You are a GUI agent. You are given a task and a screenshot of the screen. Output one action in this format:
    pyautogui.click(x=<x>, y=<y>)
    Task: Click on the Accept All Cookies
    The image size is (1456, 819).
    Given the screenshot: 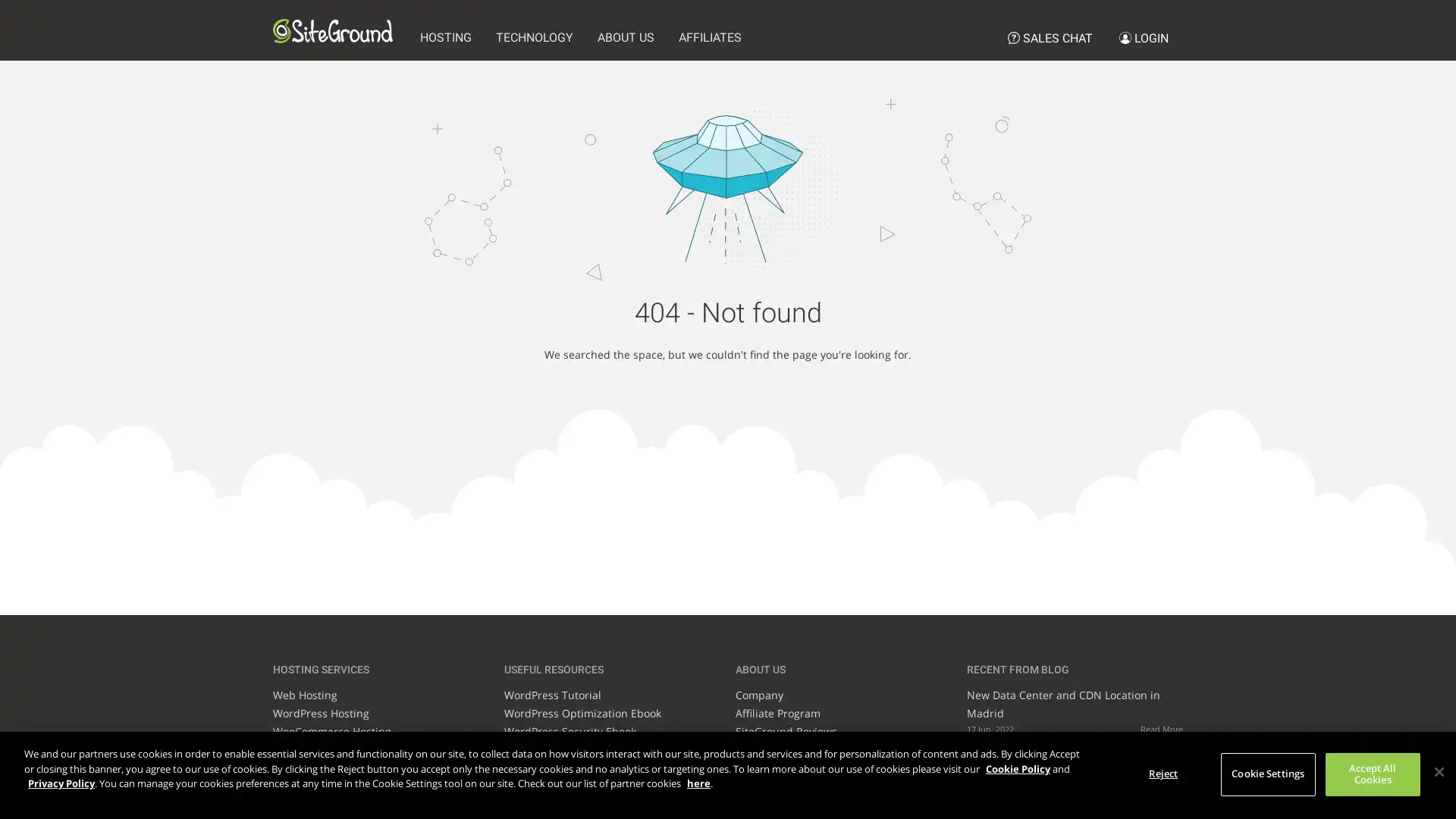 What is the action you would take?
    pyautogui.click(x=1372, y=773)
    